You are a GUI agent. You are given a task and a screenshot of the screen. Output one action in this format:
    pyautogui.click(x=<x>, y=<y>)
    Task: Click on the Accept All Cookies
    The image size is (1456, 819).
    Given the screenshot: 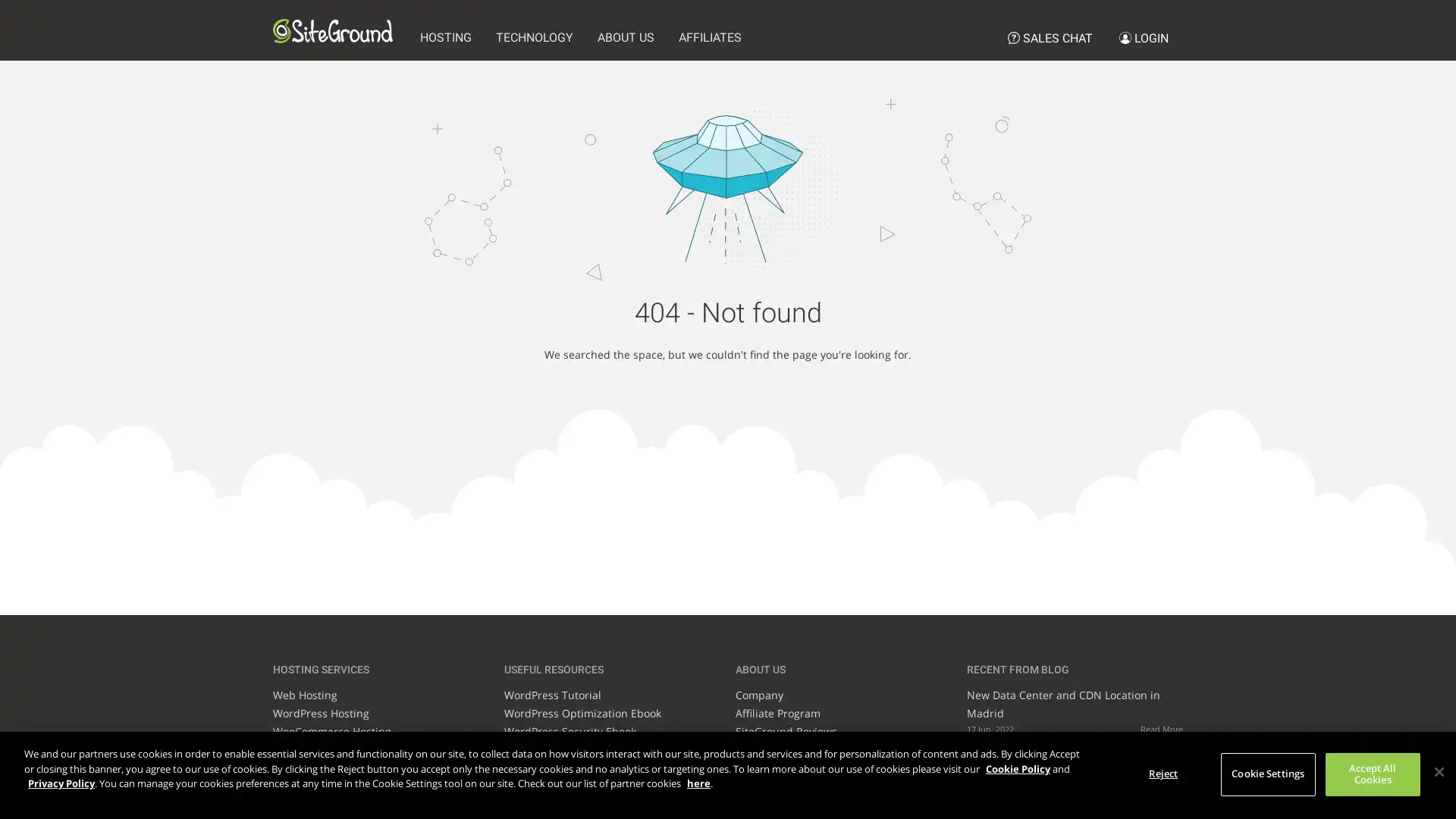 What is the action you would take?
    pyautogui.click(x=1372, y=773)
    